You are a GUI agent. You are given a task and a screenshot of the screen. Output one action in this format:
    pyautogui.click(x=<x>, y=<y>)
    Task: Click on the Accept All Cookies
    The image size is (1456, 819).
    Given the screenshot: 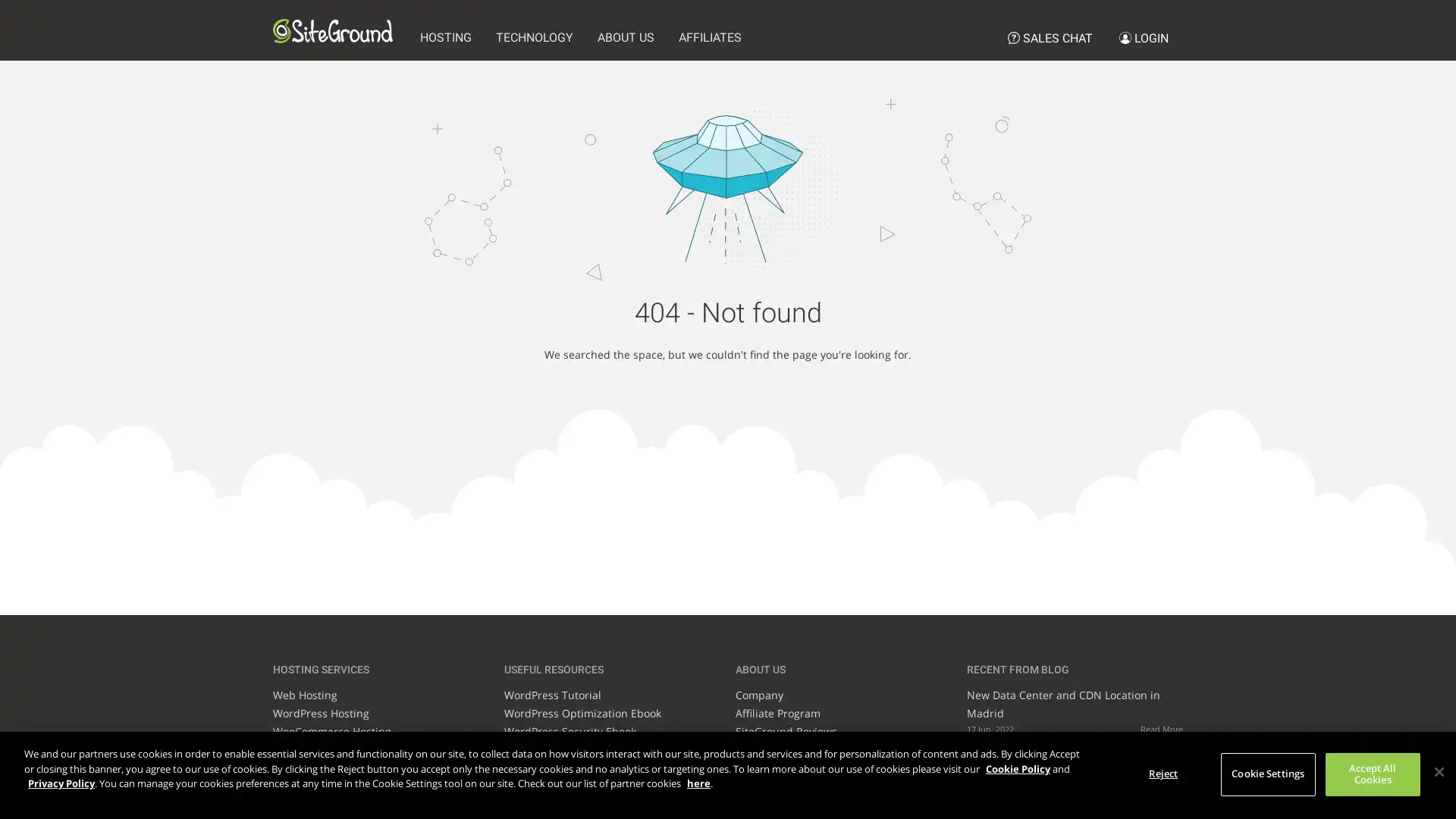 What is the action you would take?
    pyautogui.click(x=1372, y=773)
    